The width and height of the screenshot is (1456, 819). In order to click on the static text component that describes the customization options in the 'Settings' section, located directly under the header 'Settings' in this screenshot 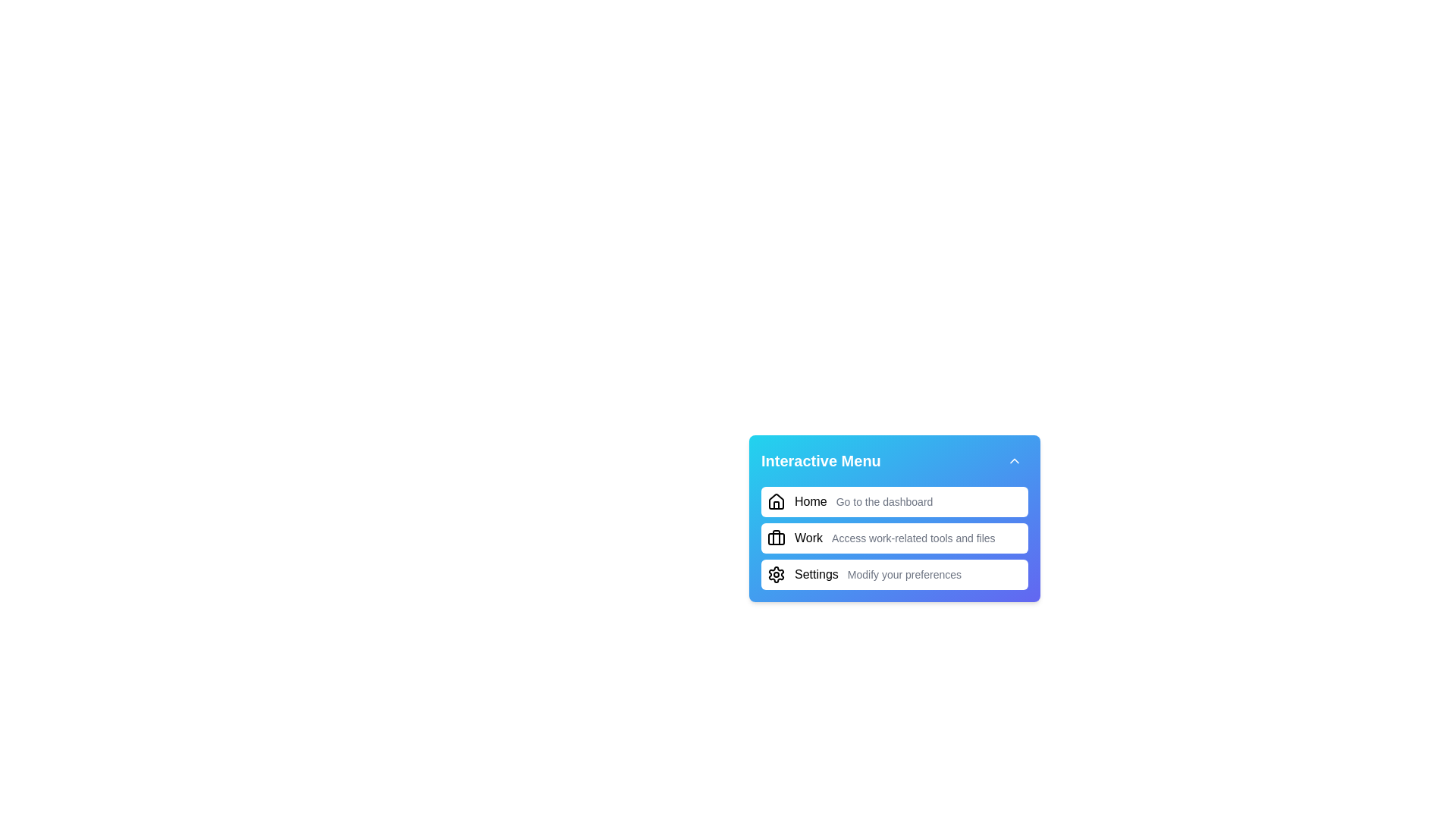, I will do `click(904, 575)`.